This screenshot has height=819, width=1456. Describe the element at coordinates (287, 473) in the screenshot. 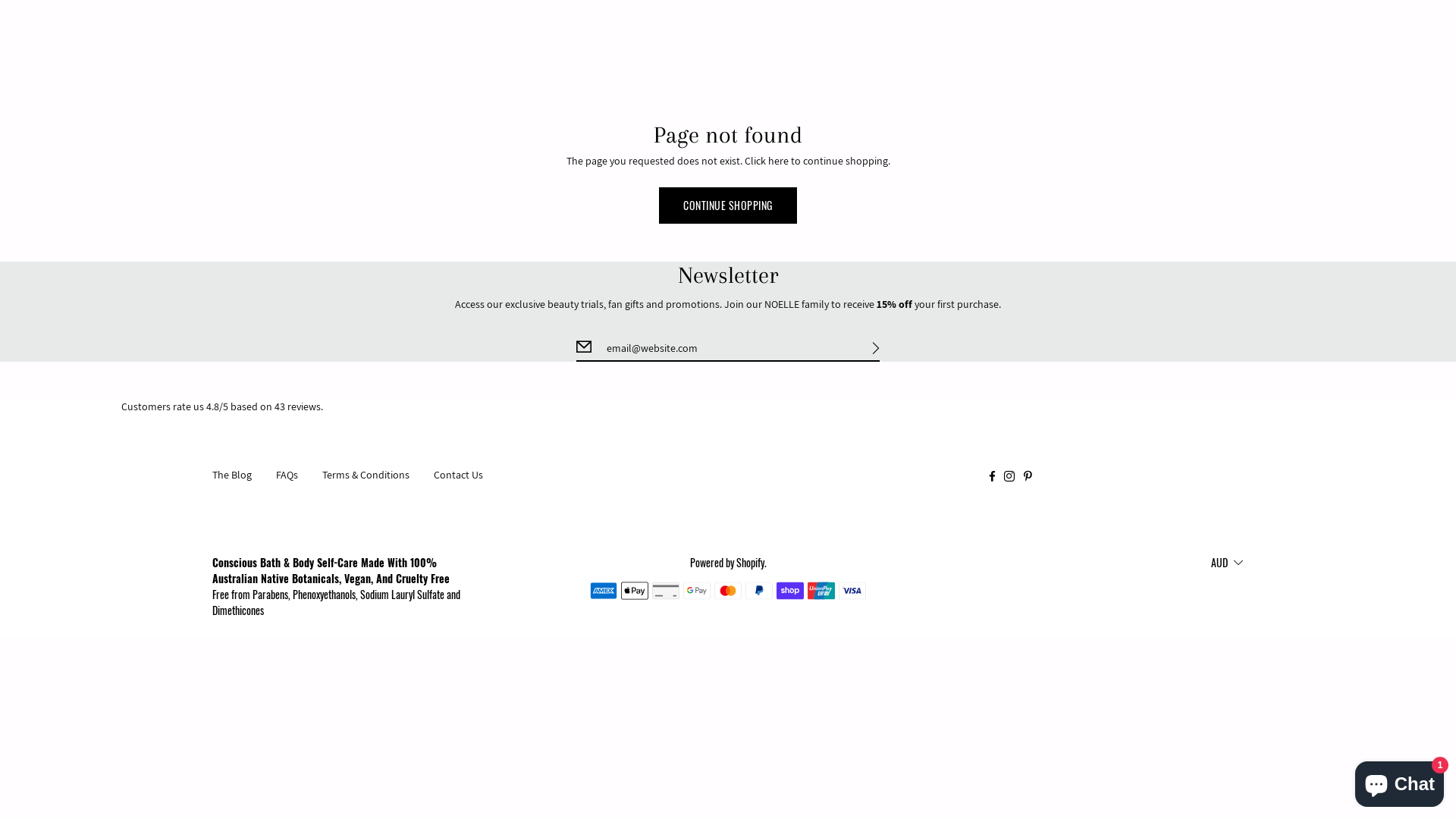

I see `'FAQs'` at that location.